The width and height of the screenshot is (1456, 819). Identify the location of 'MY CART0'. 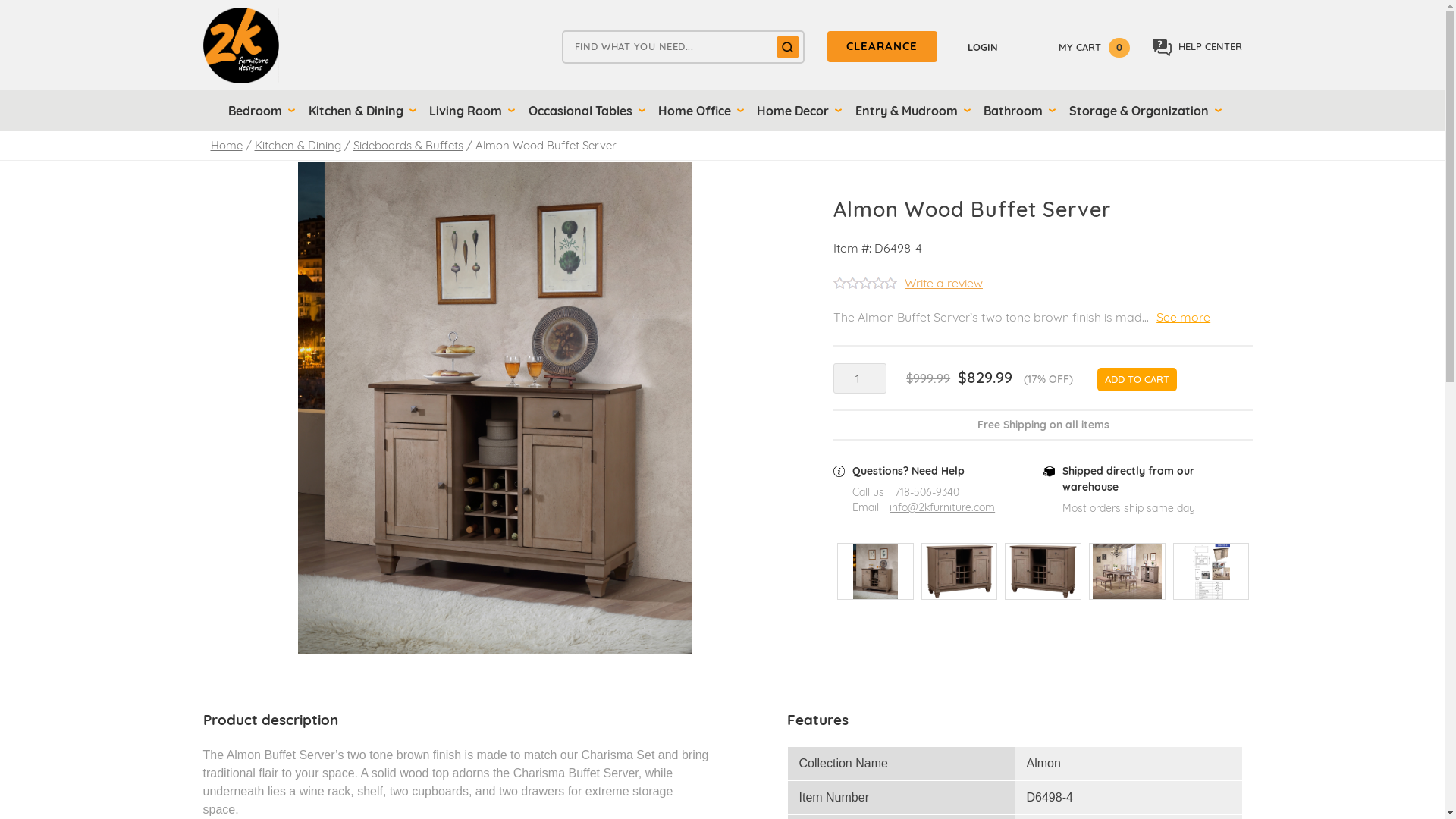
(1083, 45).